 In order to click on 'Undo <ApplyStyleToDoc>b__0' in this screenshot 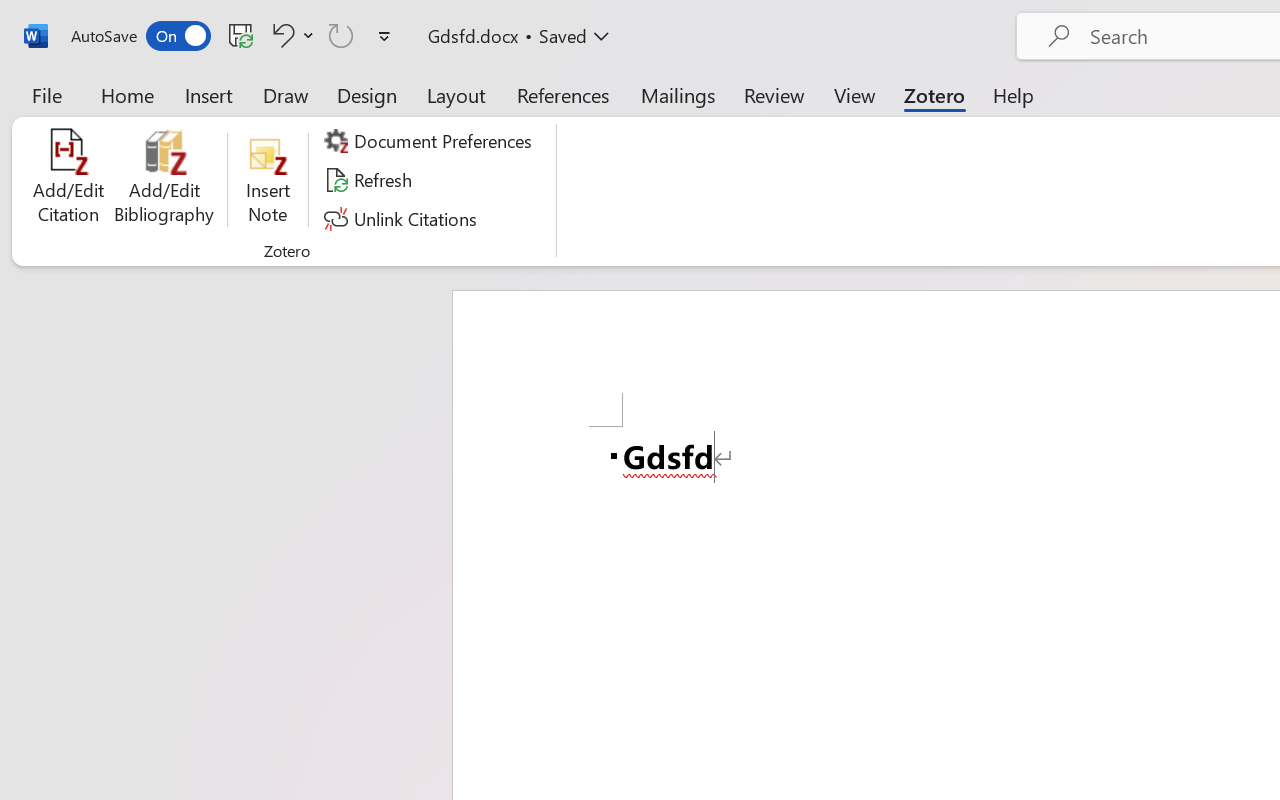, I will do `click(289, 34)`.